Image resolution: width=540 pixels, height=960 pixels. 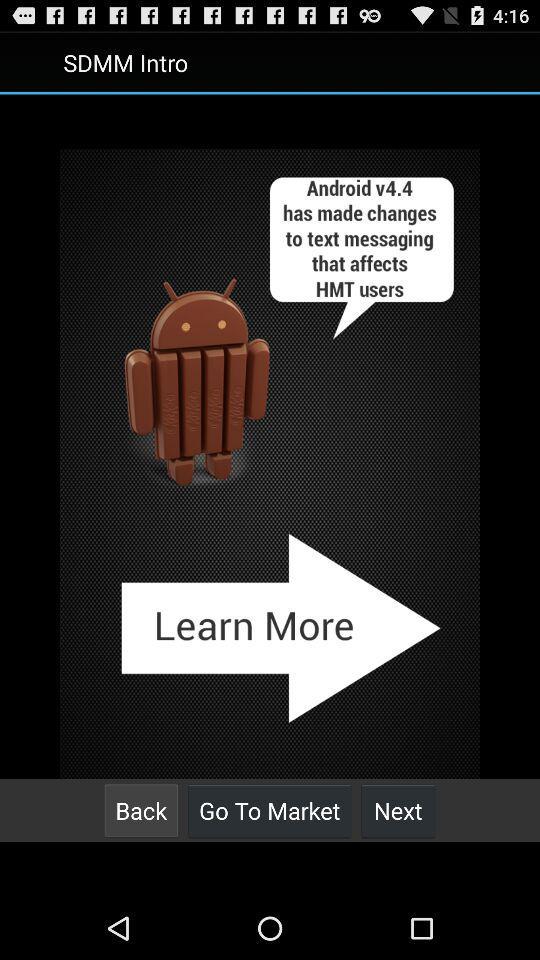 I want to click on icon to the left of the go to market button, so click(x=140, y=810).